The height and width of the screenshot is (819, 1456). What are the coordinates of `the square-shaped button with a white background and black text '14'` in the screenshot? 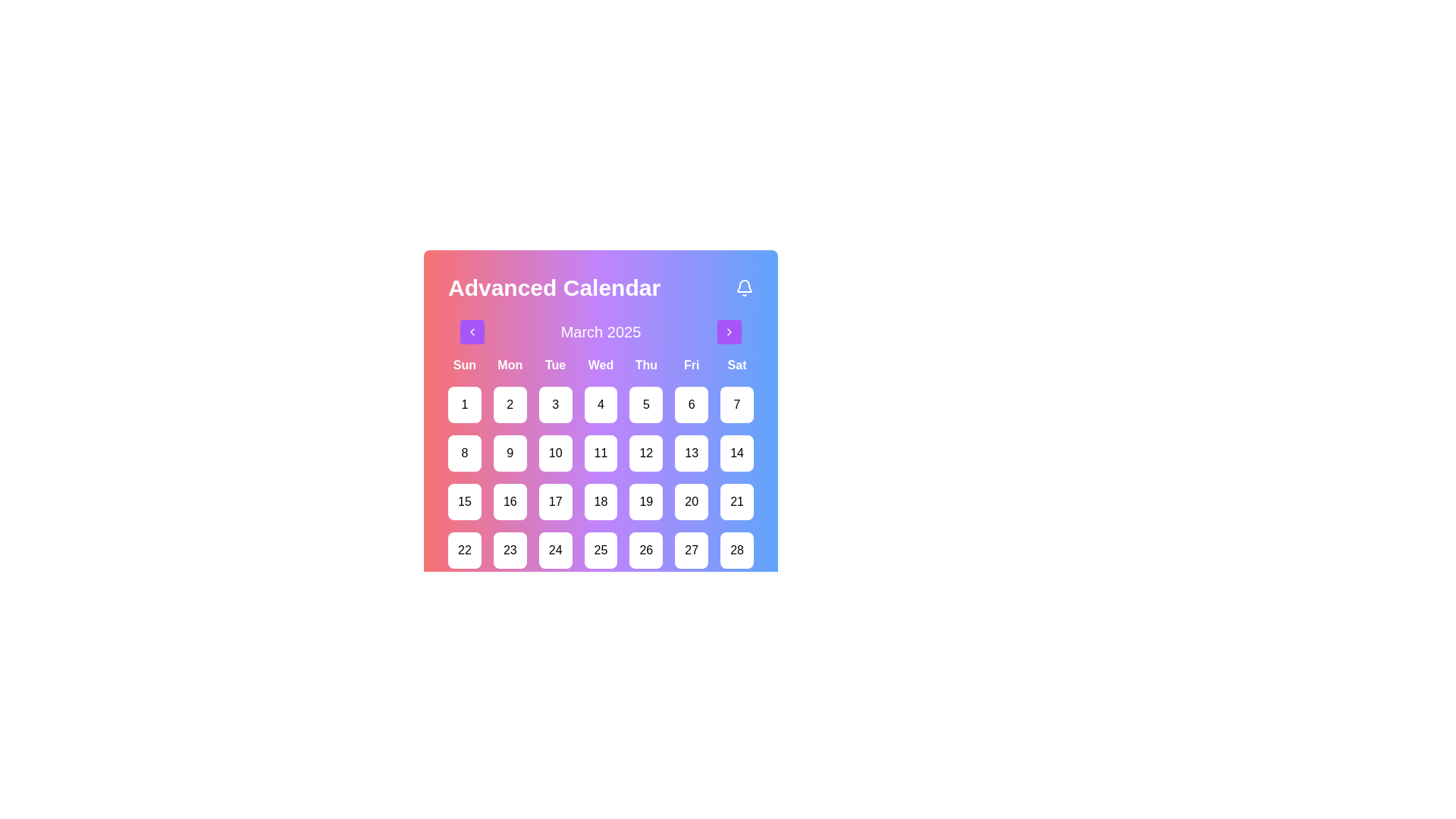 It's located at (737, 452).